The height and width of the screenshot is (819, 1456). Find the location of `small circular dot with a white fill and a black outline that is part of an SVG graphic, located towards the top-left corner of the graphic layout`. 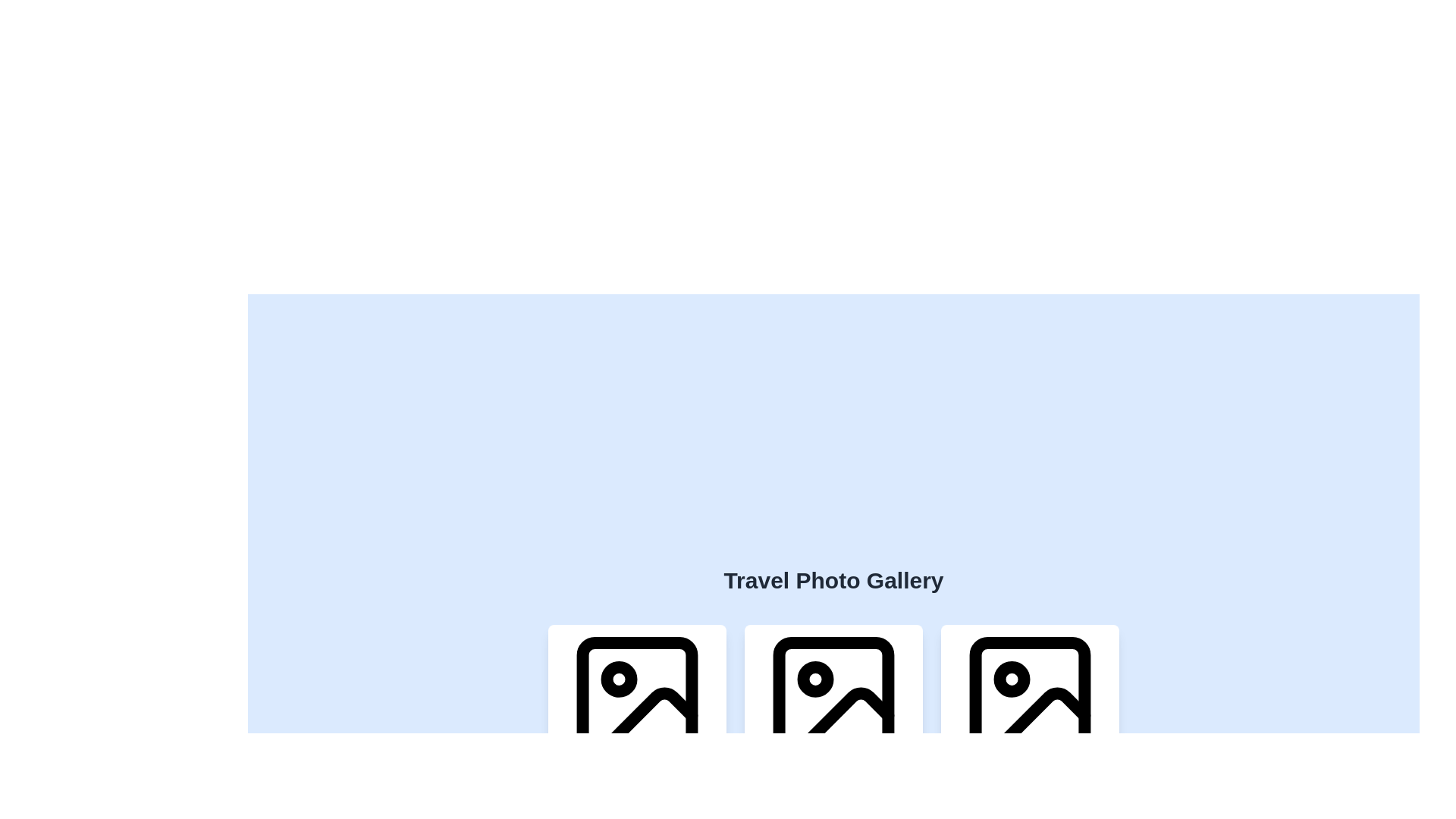

small circular dot with a white fill and a black outline that is part of an SVG graphic, located towards the top-left corner of the graphic layout is located at coordinates (1012, 678).